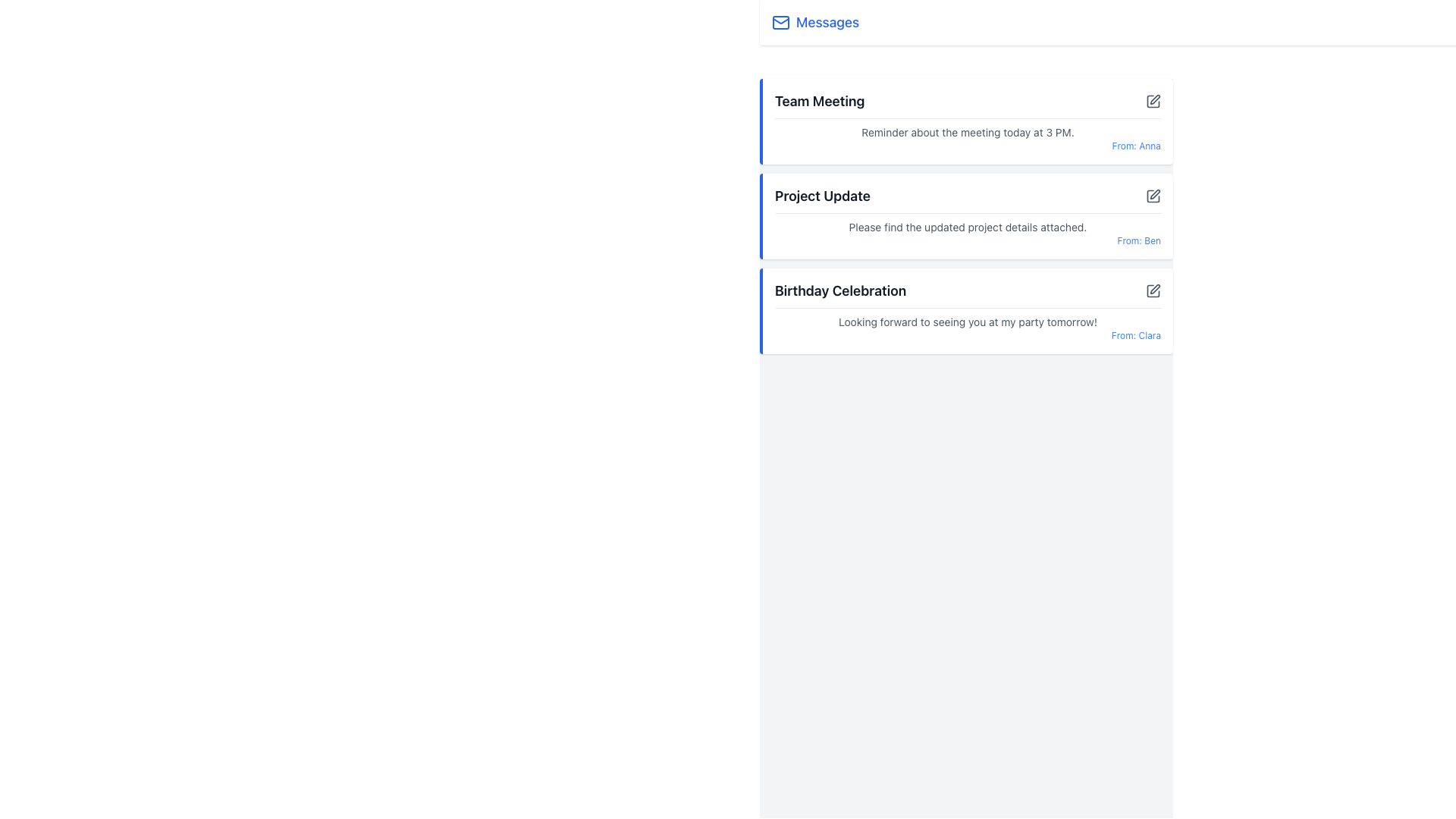 This screenshot has width=1456, height=819. Describe the element at coordinates (1154, 289) in the screenshot. I see `the editing icon within the interactive button located at the top-right corner of the message box labeled 'Birthday Celebration'` at that location.